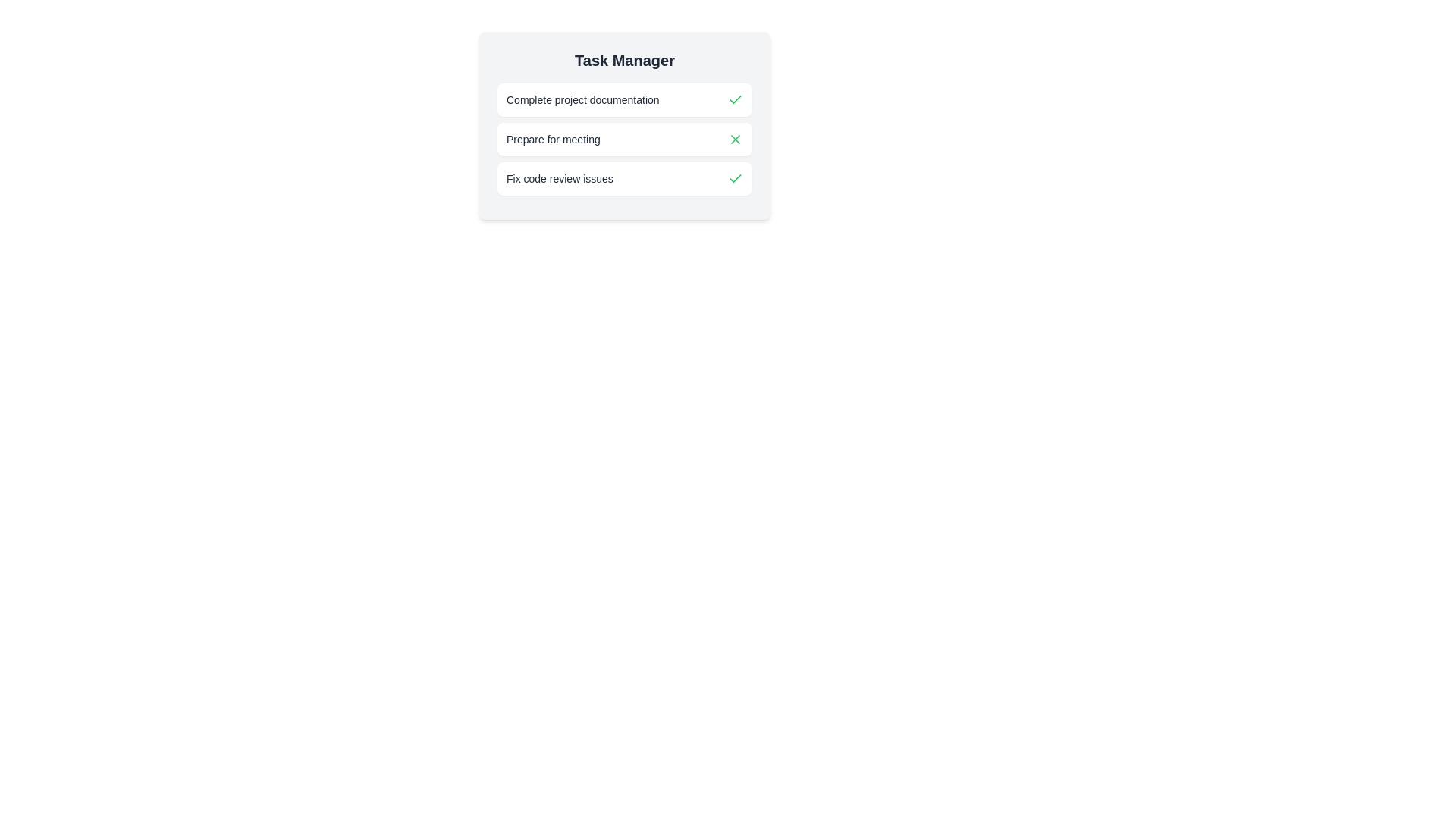 The width and height of the screenshot is (1456, 819). Describe the element at coordinates (625, 99) in the screenshot. I see `the completed task card in the task management interface, which displays a green checkmark icon and is the first item under the 'Task Manager' header` at that location.